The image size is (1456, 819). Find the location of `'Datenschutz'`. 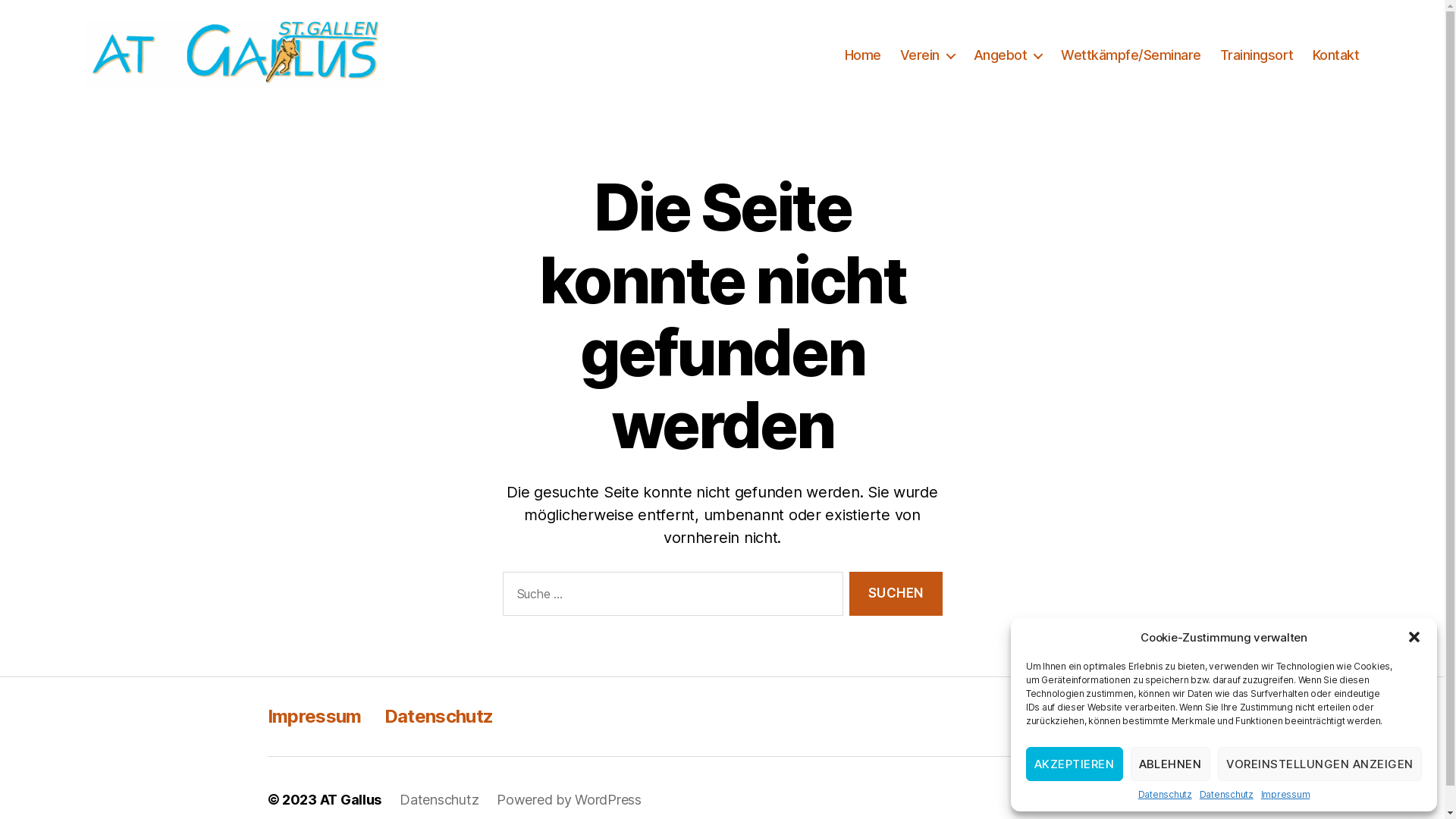

'Datenschutz' is located at coordinates (438, 799).